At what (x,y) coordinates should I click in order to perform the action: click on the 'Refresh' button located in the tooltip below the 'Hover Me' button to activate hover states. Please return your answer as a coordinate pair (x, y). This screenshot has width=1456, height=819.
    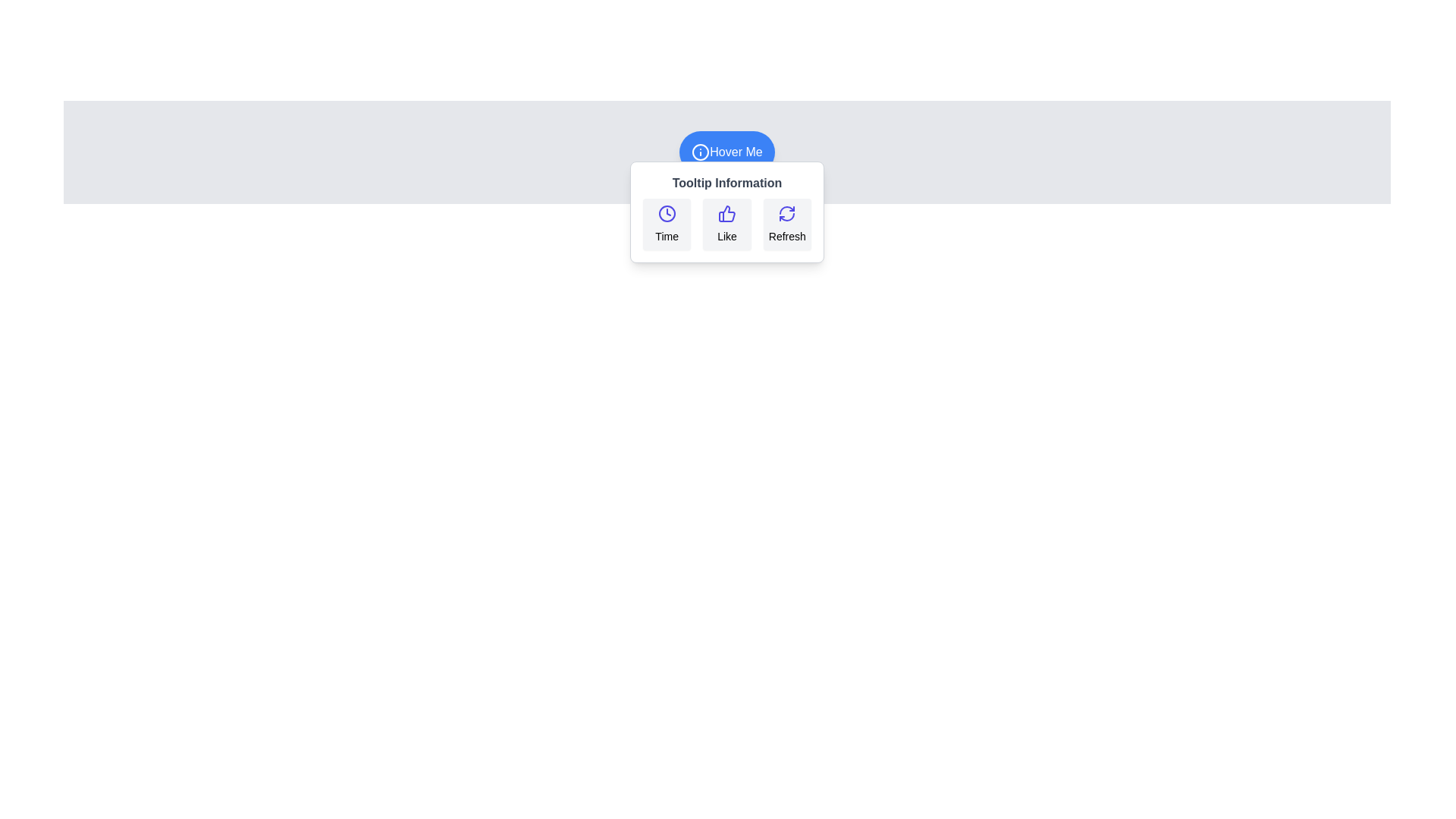
    Looking at the image, I should click on (787, 224).